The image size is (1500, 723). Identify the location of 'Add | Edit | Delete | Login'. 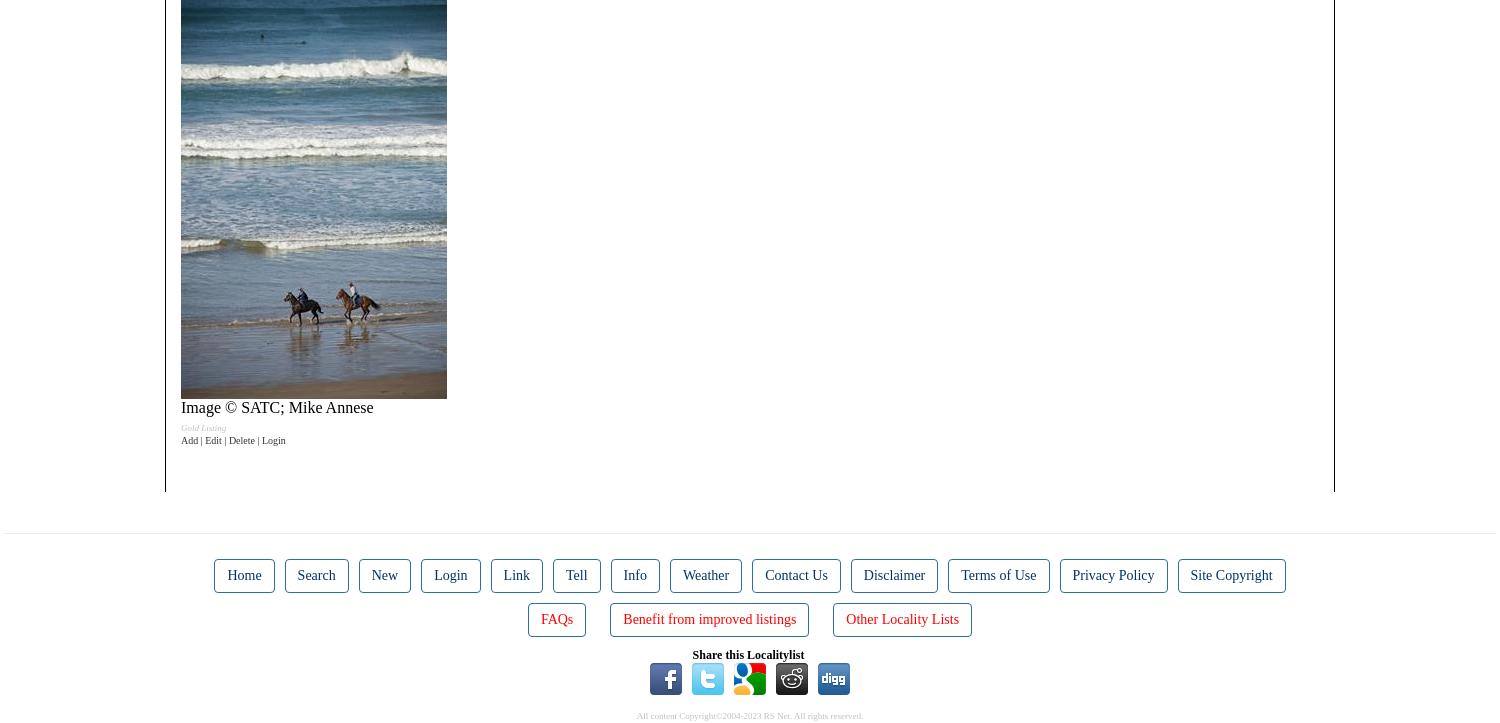
(231, 440).